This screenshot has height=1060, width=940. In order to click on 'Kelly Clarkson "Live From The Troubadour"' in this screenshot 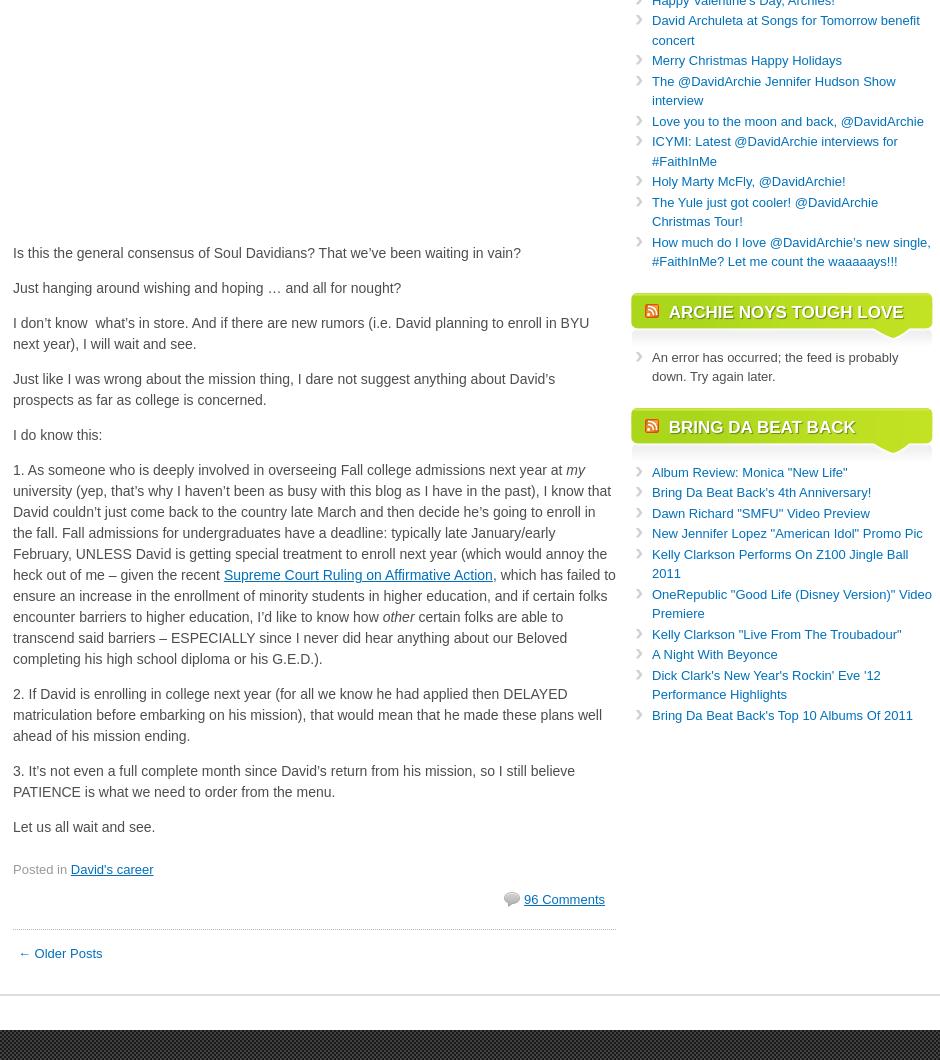, I will do `click(775, 633)`.